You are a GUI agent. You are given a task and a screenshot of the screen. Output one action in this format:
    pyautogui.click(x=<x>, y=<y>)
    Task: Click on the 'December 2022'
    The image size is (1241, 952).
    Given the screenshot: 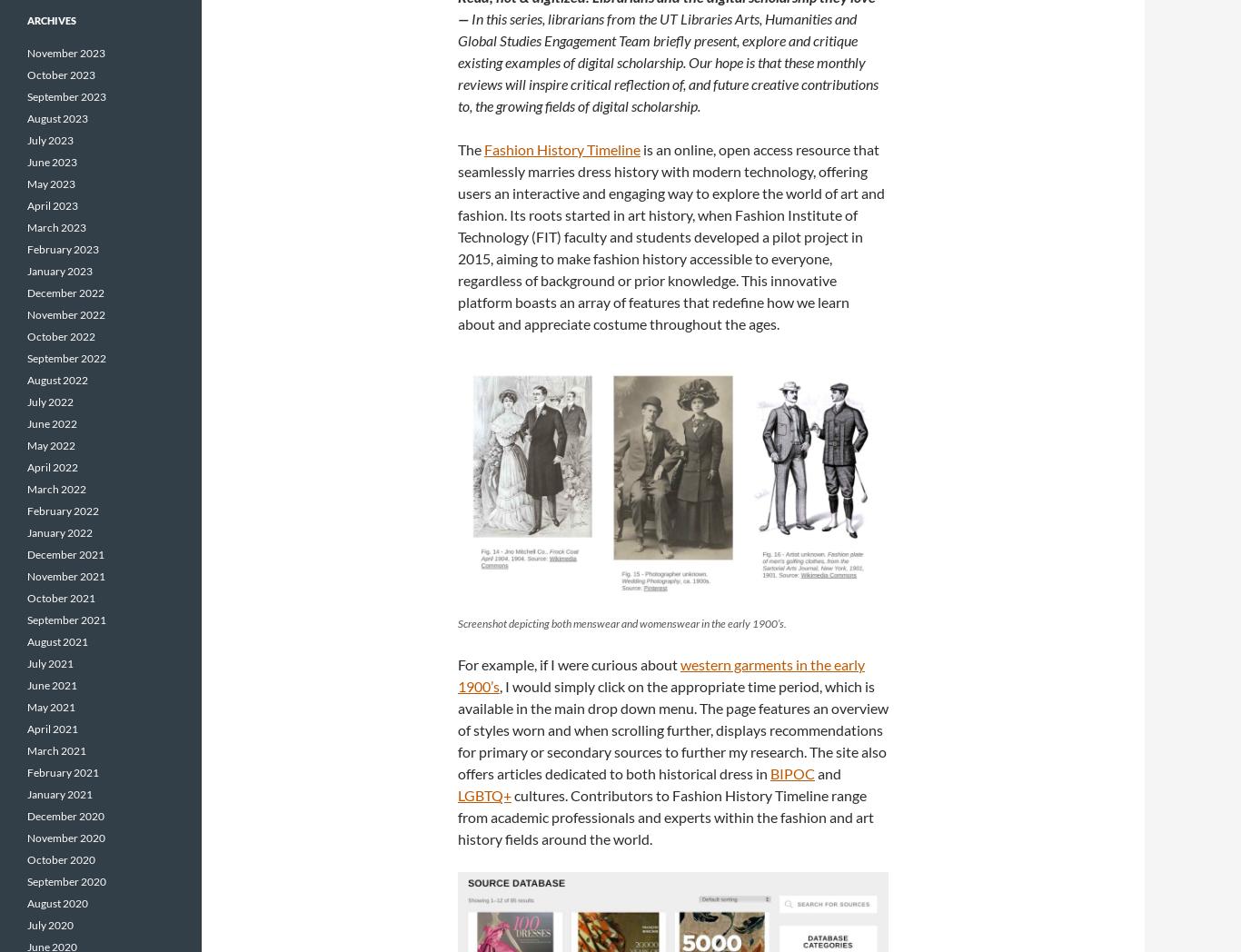 What is the action you would take?
    pyautogui.click(x=27, y=293)
    